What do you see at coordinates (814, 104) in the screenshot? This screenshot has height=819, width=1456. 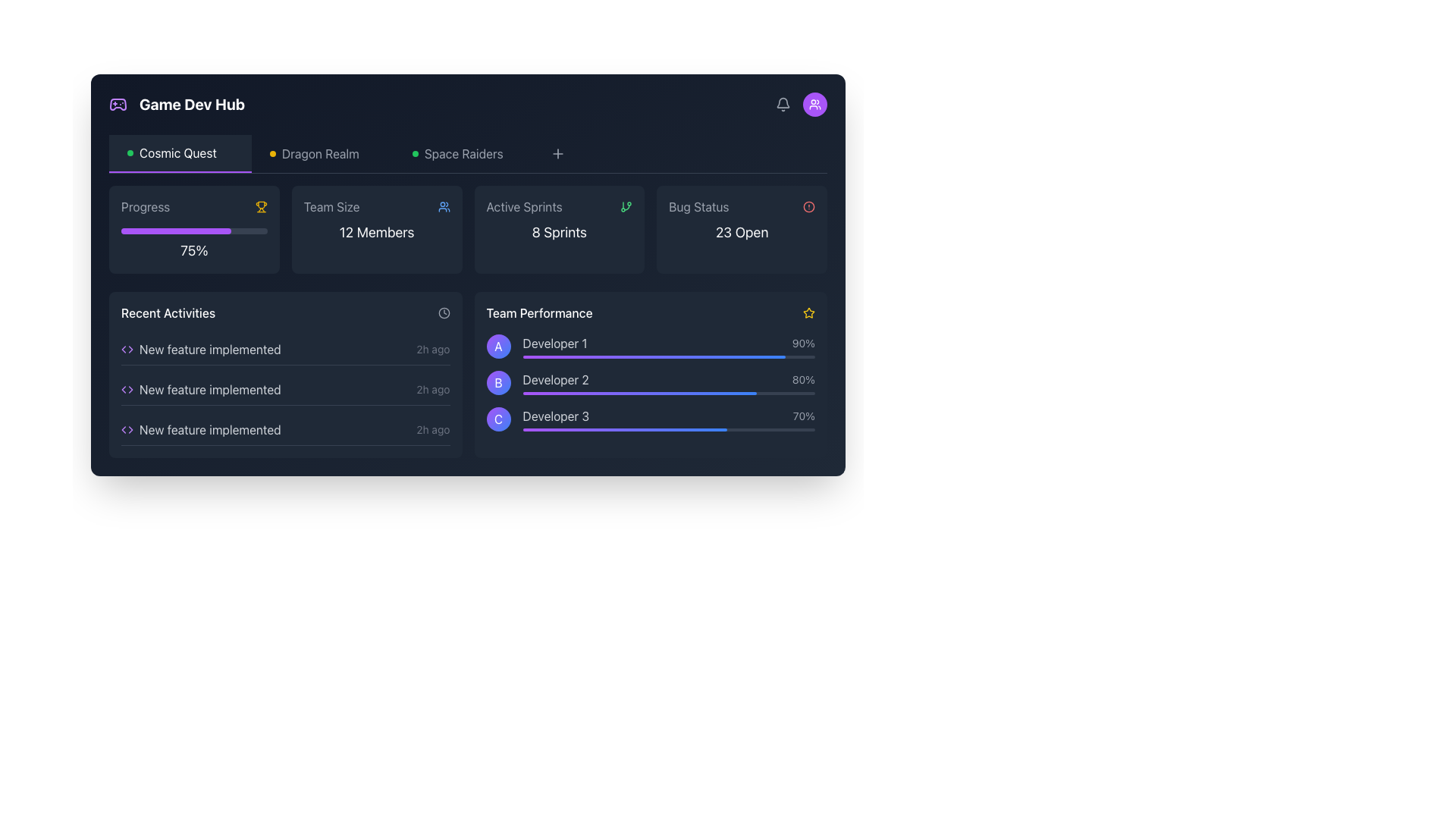 I see `the small icon resembling a group of people on a vibrant purple circular background located in the top-right corner of the interface, directly under the notification icon` at bounding box center [814, 104].